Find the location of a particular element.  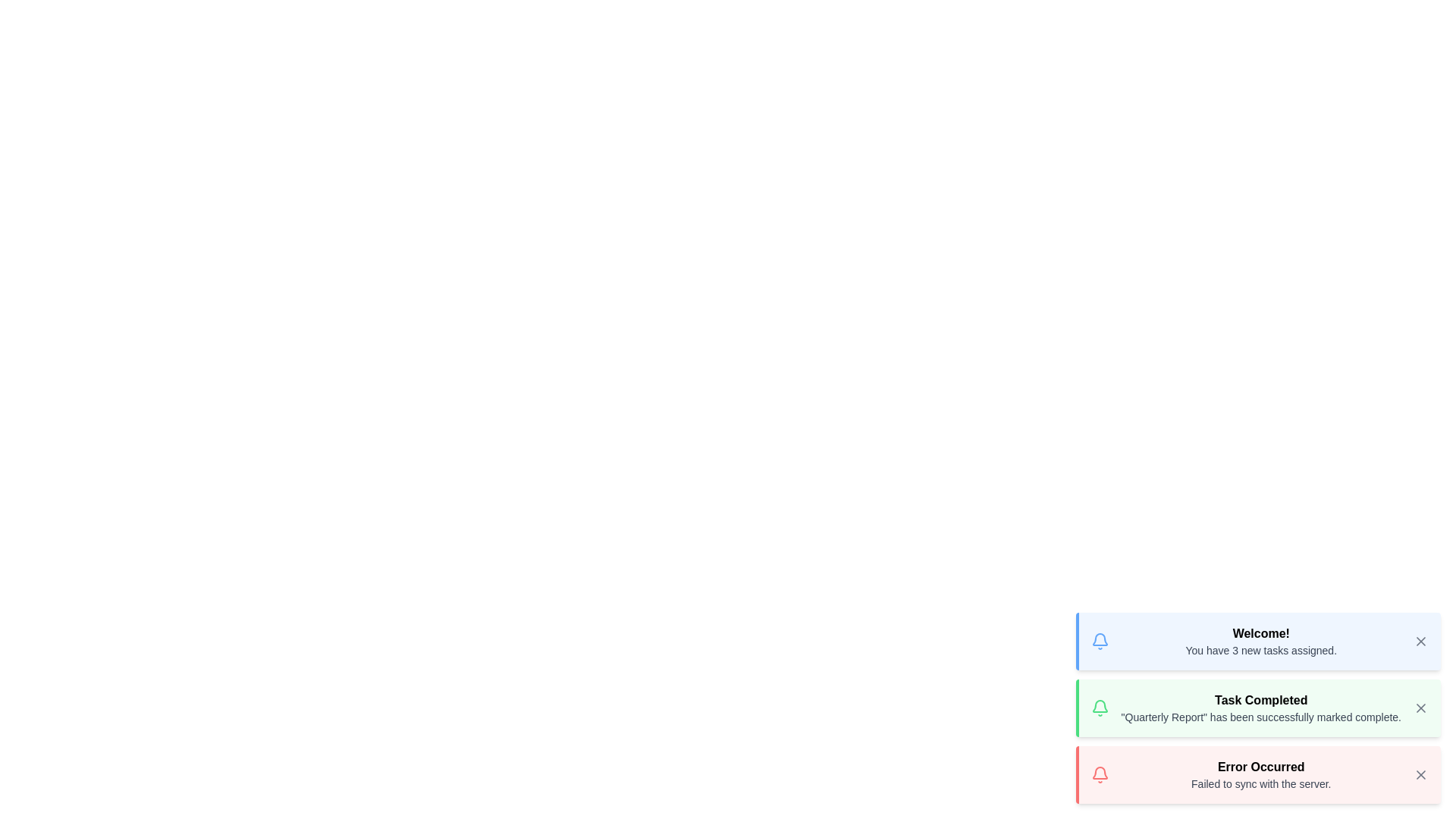

notification text of the second item in the notification panel, which indicates that the task has been completed and includes details about the 'Quarterly Report' is located at coordinates (1258, 708).